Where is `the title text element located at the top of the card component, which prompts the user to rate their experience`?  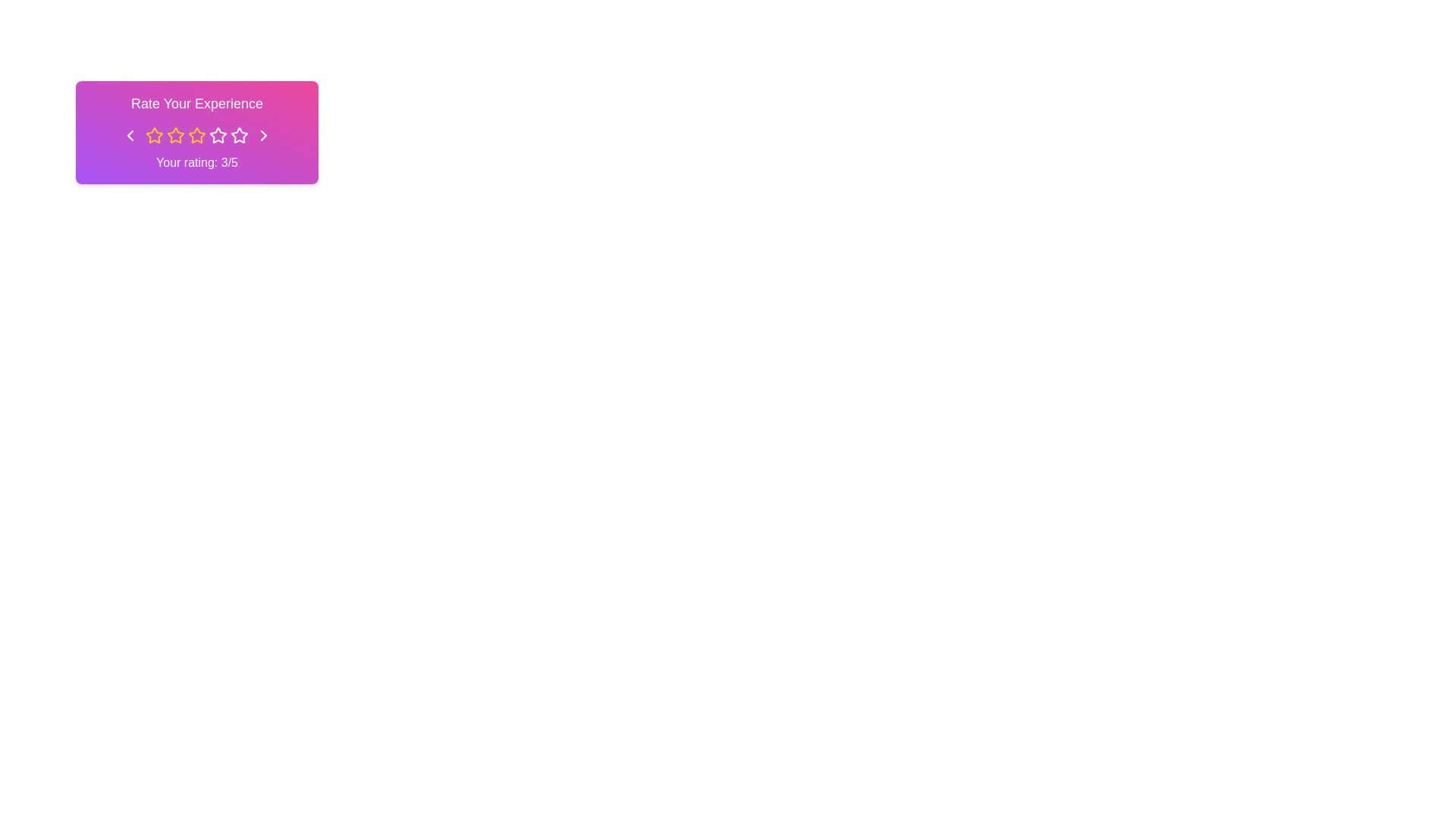
the title text element located at the top of the card component, which prompts the user to rate their experience is located at coordinates (196, 103).